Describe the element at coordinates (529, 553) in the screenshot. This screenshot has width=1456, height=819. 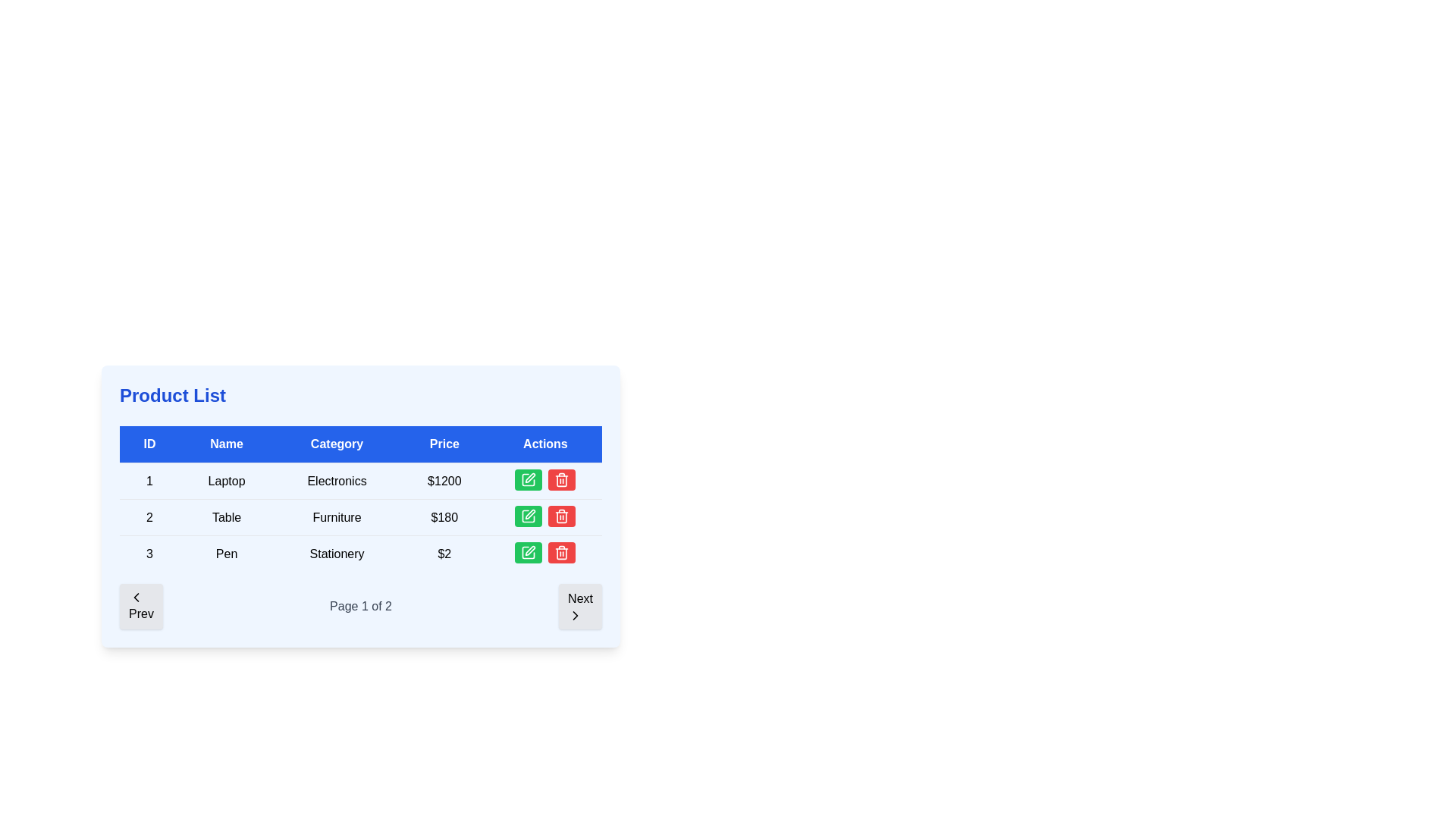
I see `the edit button in the 'Actions' column of the table, located in the third row for the item 'Pen'` at that location.